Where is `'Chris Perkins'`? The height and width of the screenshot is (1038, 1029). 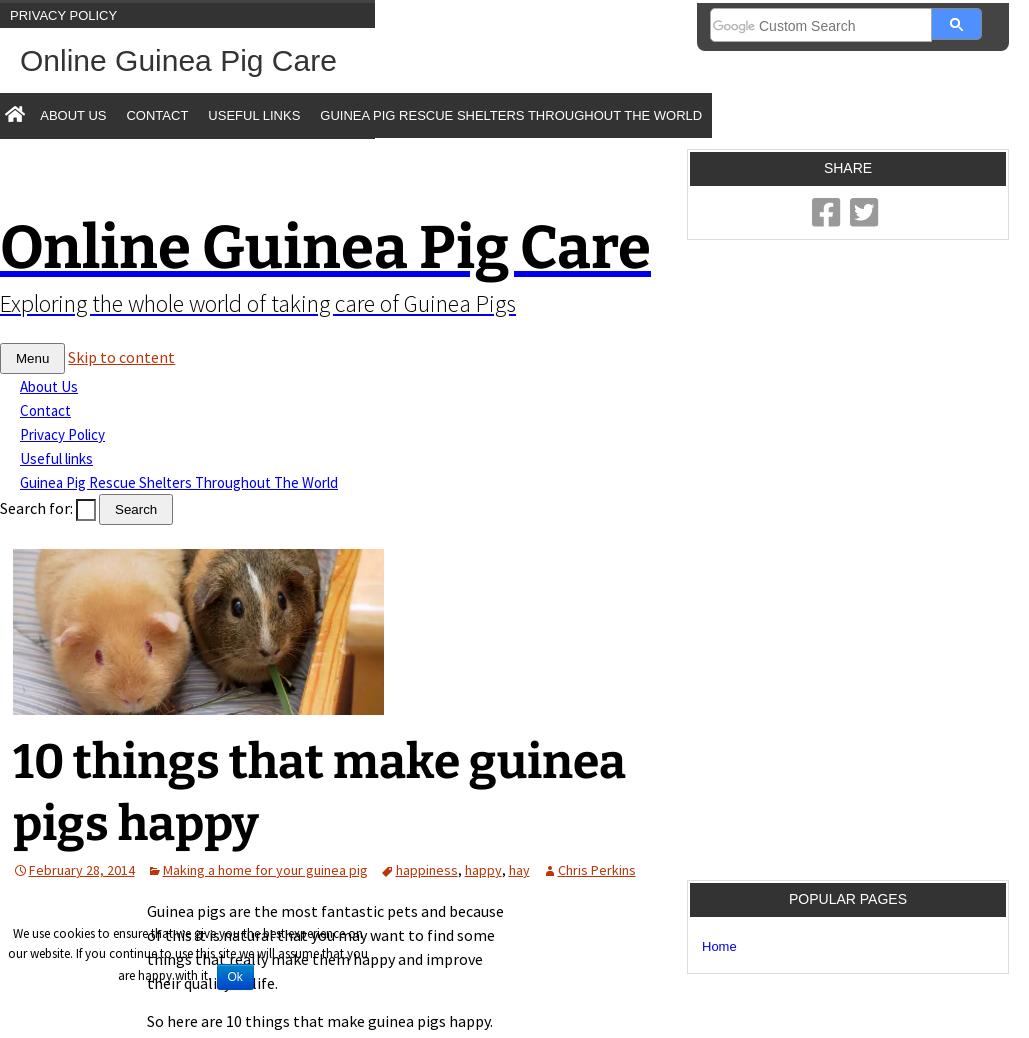 'Chris Perkins' is located at coordinates (555, 869).